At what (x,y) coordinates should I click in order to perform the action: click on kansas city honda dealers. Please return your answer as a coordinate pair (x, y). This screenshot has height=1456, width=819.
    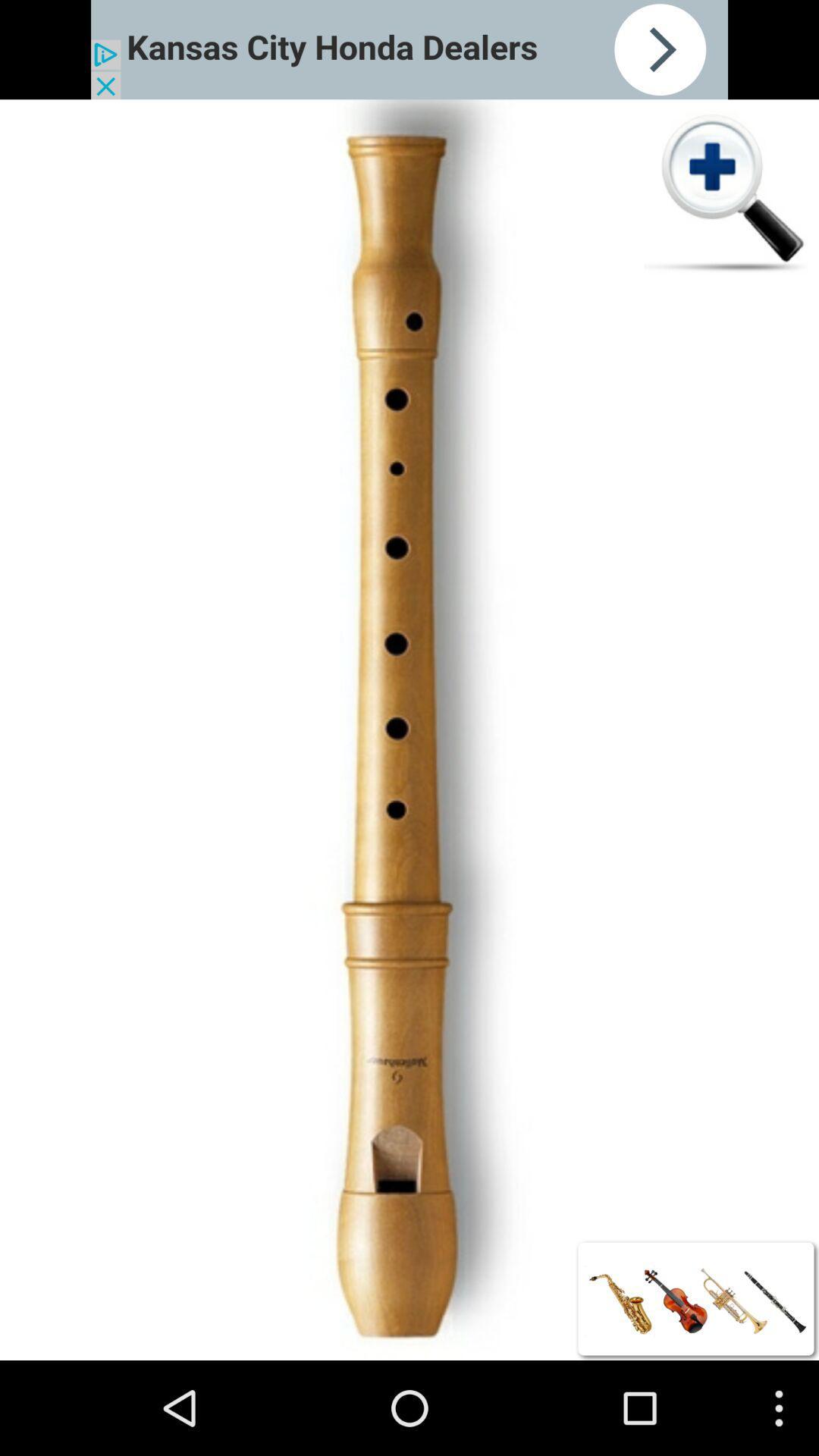
    Looking at the image, I should click on (409, 49).